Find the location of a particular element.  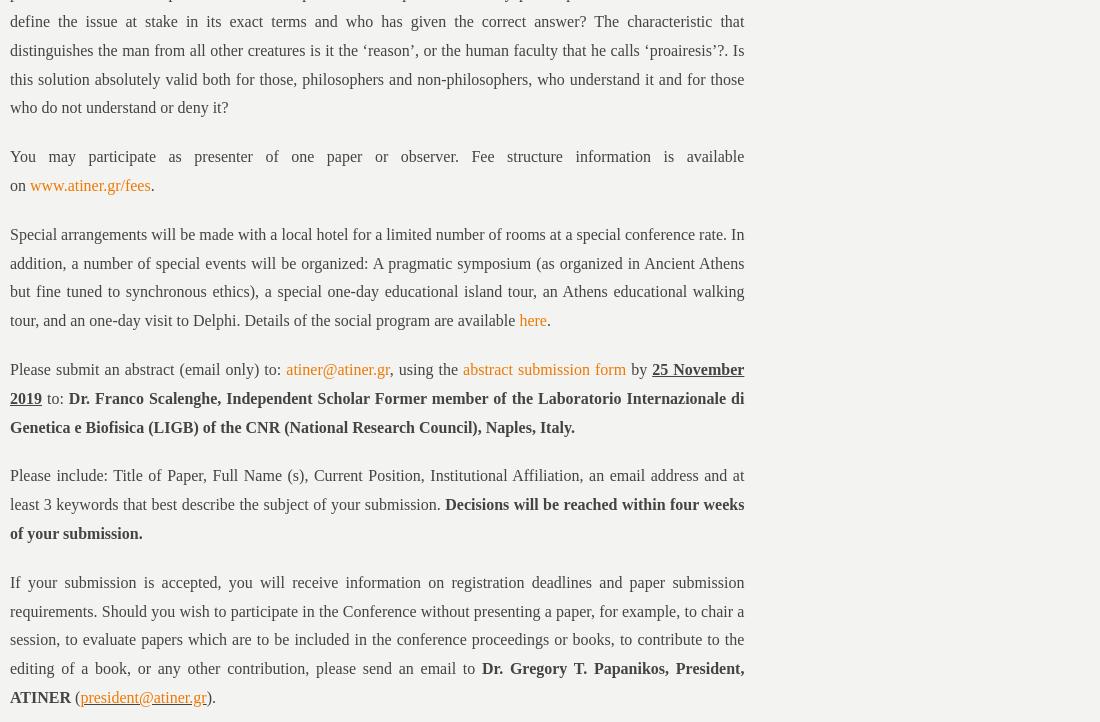

'Decisions will be reached within four weeks of your submission.' is located at coordinates (9, 518).